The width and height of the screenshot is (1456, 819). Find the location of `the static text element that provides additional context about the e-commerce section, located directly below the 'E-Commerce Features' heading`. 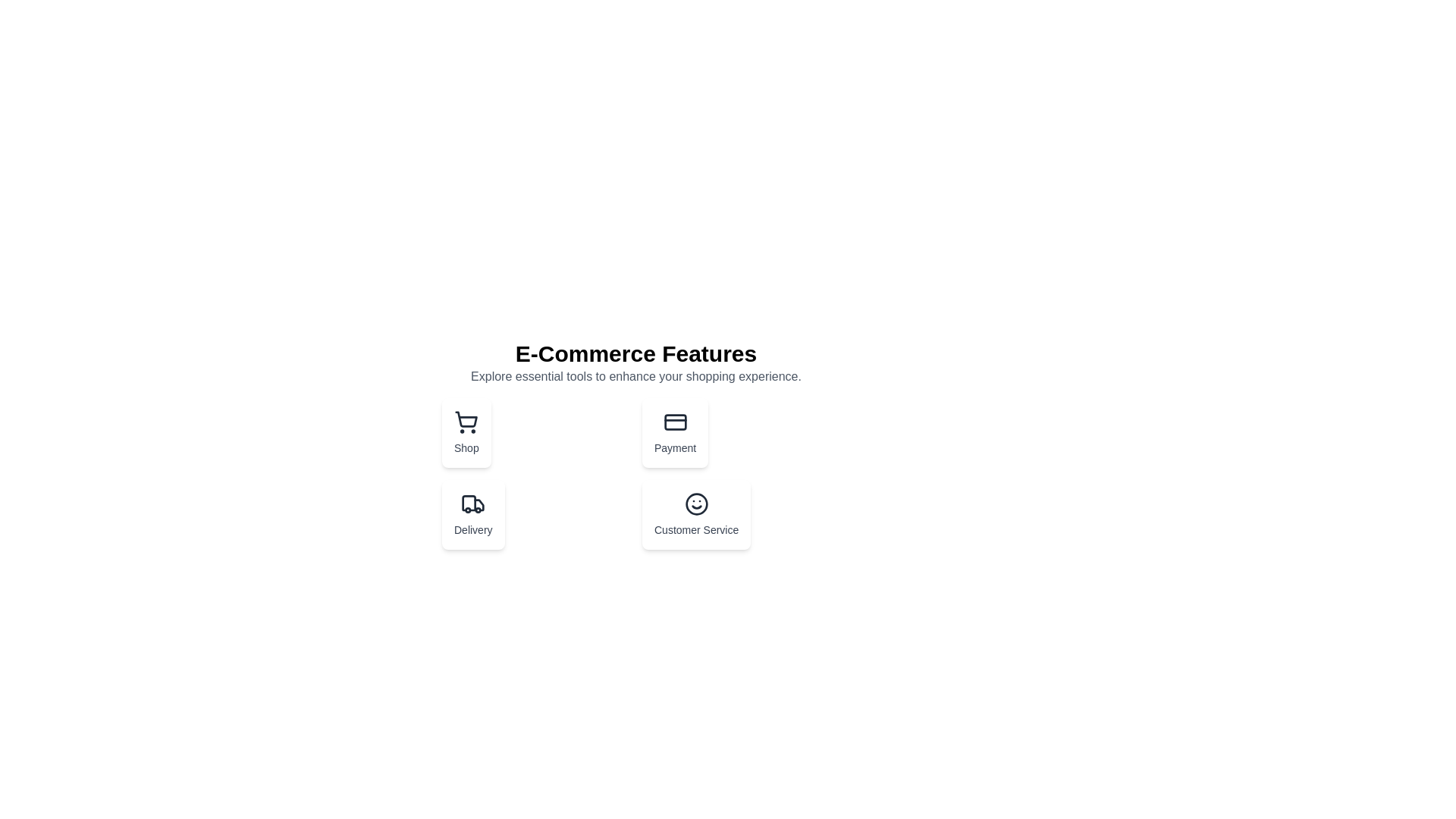

the static text element that provides additional context about the e-commerce section, located directly below the 'E-Commerce Features' heading is located at coordinates (636, 376).